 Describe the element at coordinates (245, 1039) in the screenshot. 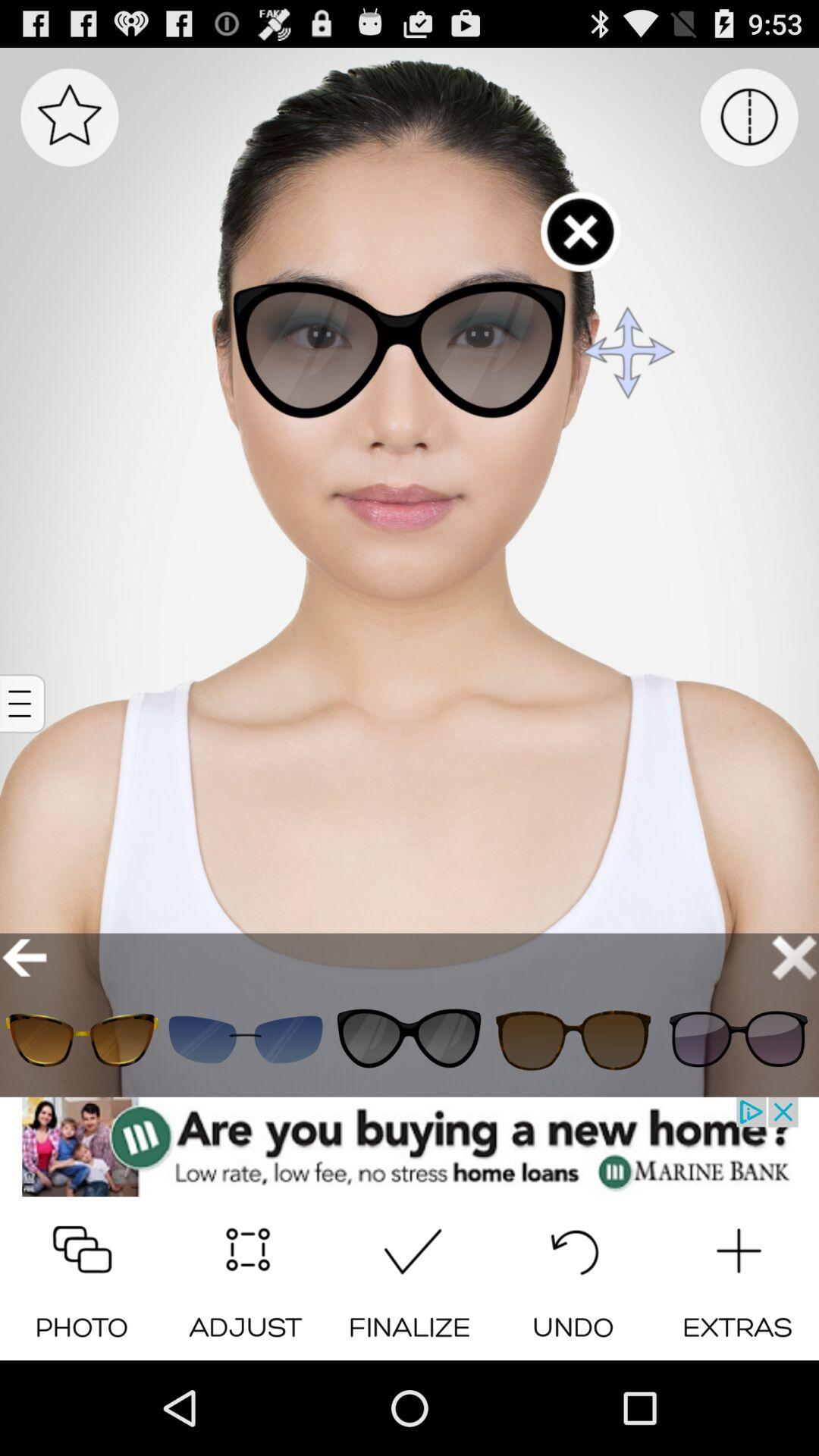

I see `item` at that location.